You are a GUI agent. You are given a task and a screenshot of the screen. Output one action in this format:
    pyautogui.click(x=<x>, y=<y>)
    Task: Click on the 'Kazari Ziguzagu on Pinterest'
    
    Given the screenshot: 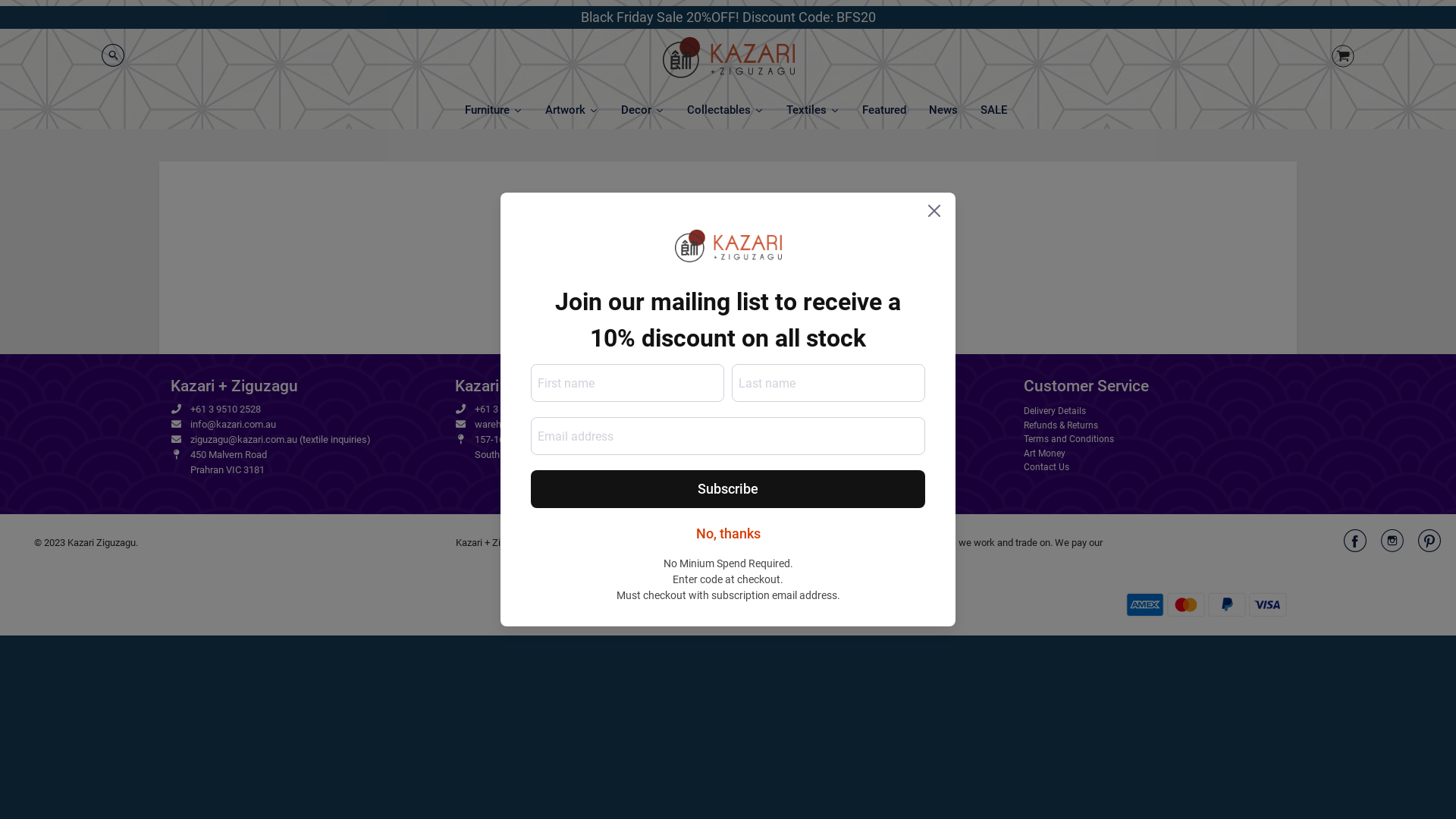 What is the action you would take?
    pyautogui.click(x=1429, y=544)
    